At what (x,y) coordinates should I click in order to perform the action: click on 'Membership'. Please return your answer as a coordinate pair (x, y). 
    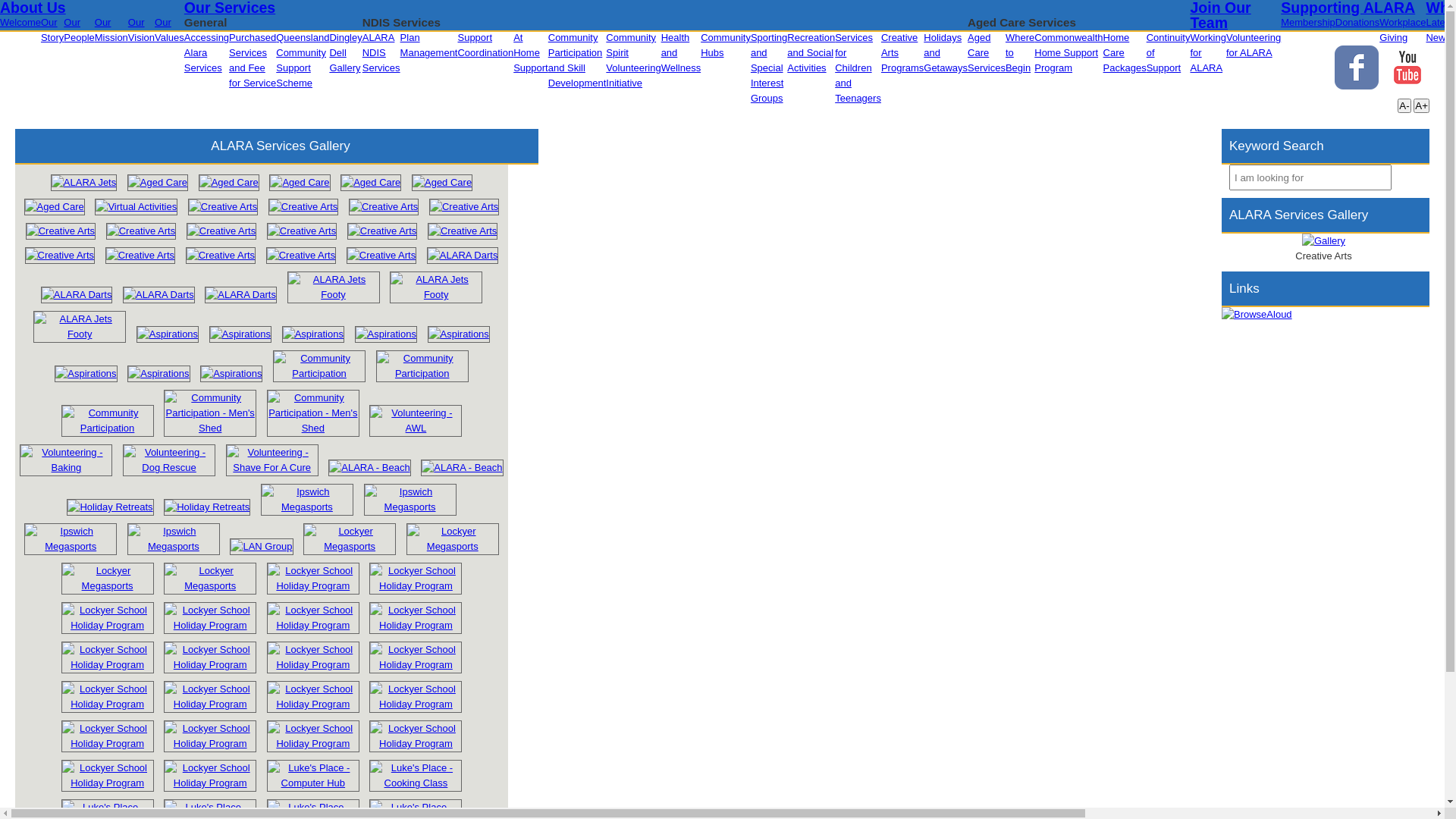
    Looking at the image, I should click on (1307, 22).